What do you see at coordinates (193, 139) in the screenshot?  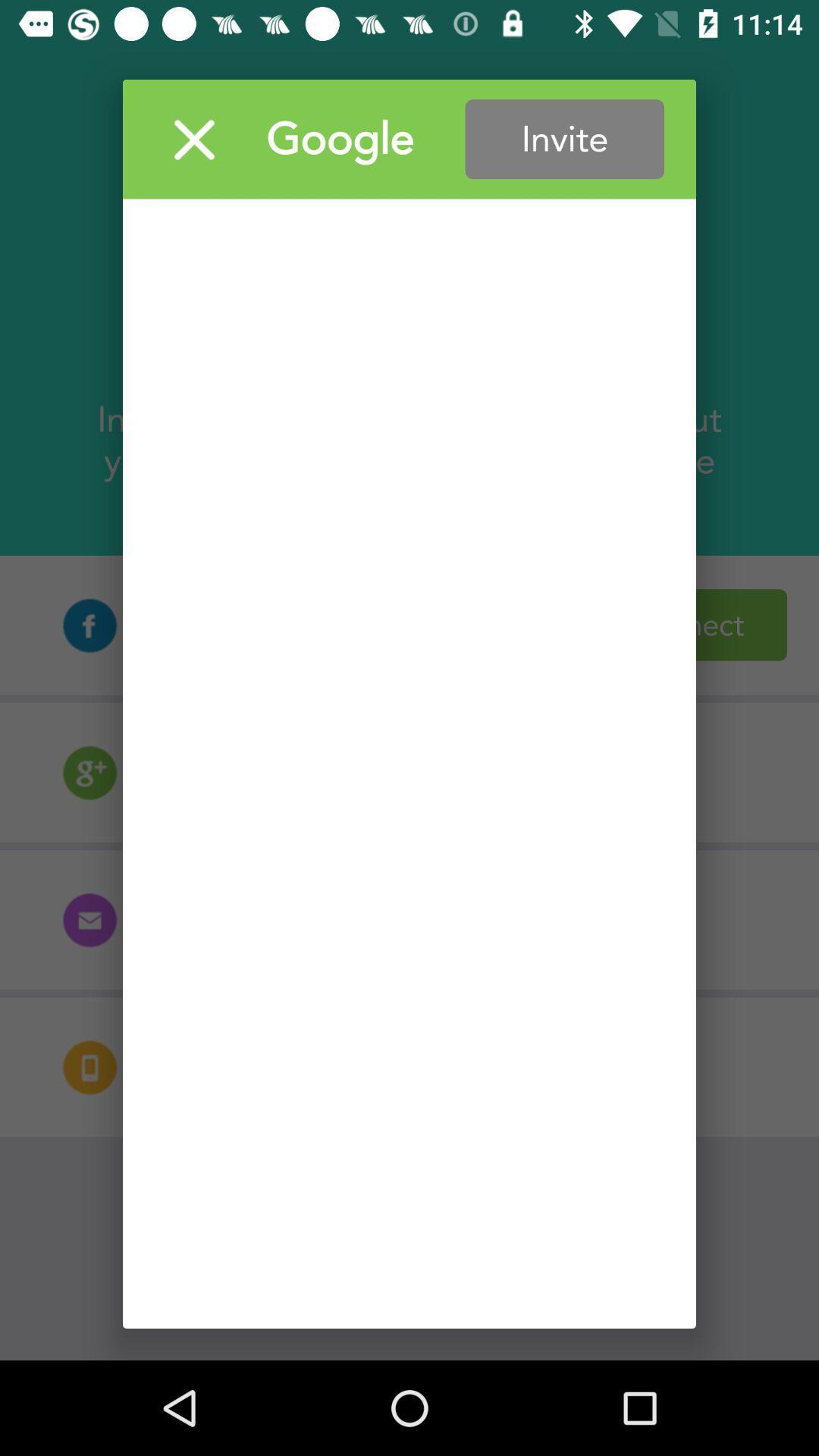 I see `screen` at bounding box center [193, 139].